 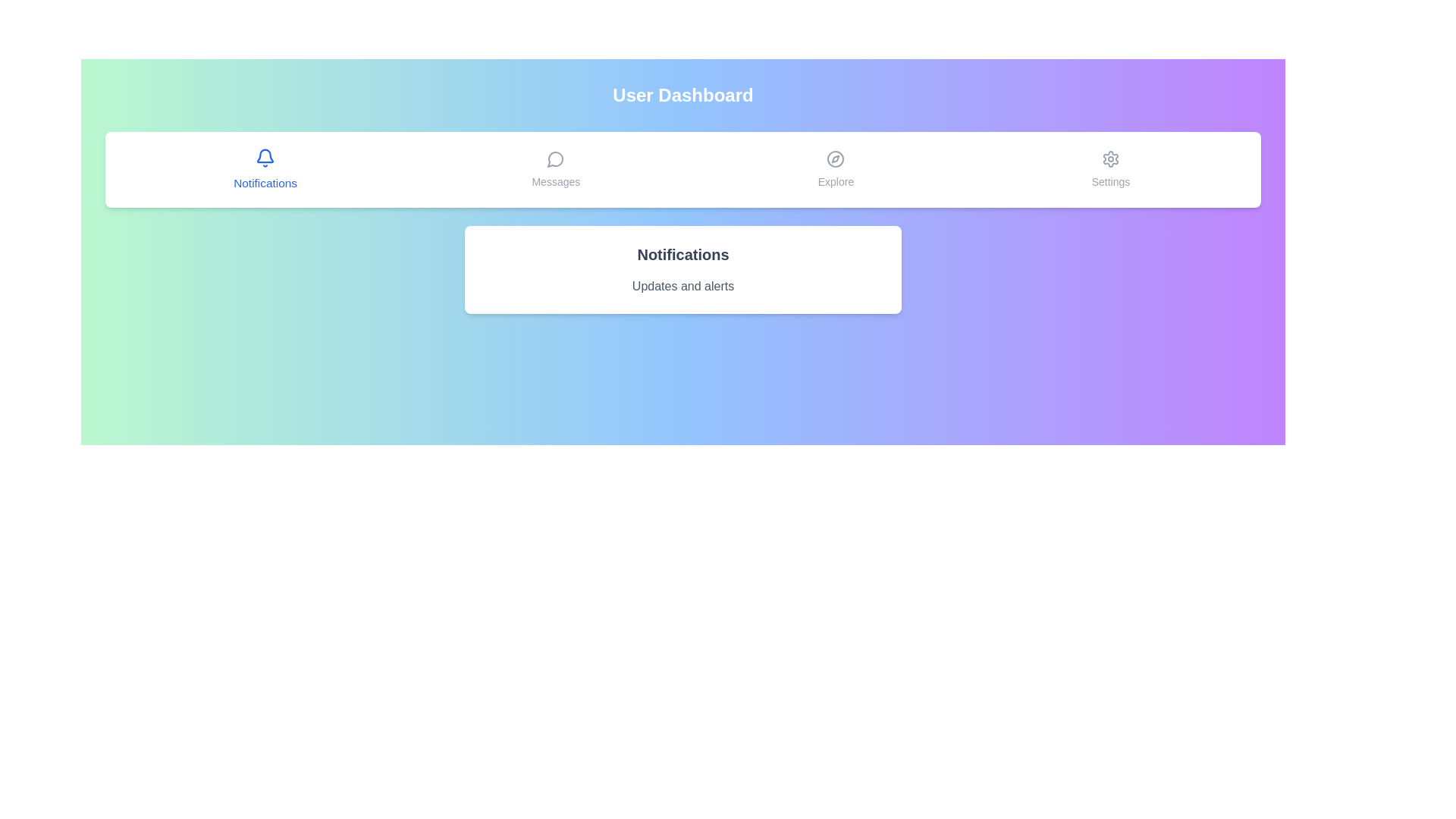 What do you see at coordinates (1110, 169) in the screenshot?
I see `the tab labeled Settings to observe its hover effect` at bounding box center [1110, 169].